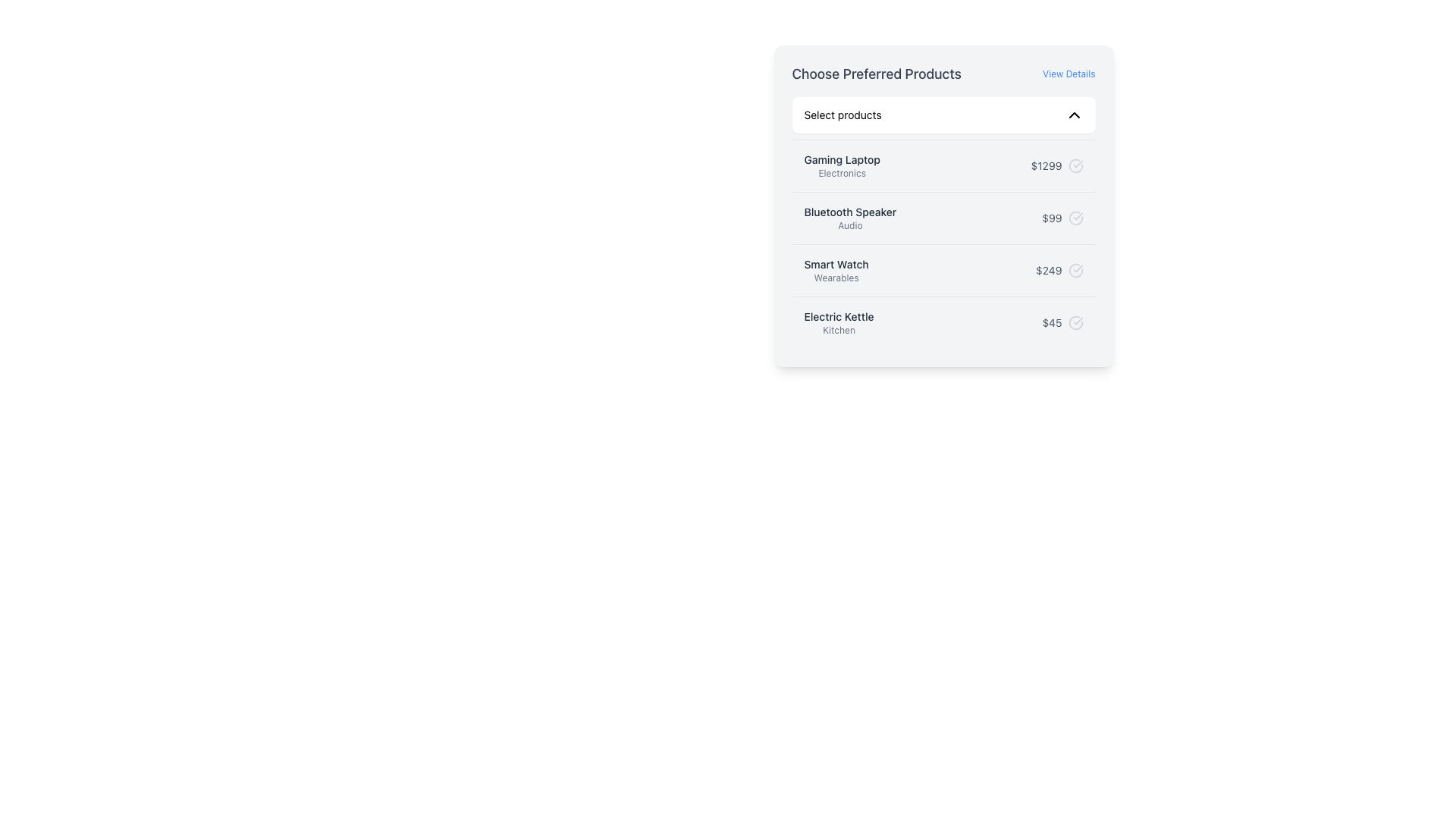 The width and height of the screenshot is (1456, 819). What do you see at coordinates (1062, 218) in the screenshot?
I see `the text value element displaying '$99' located to the right of the product name and description for 'Bluetooth Speaker'` at bounding box center [1062, 218].